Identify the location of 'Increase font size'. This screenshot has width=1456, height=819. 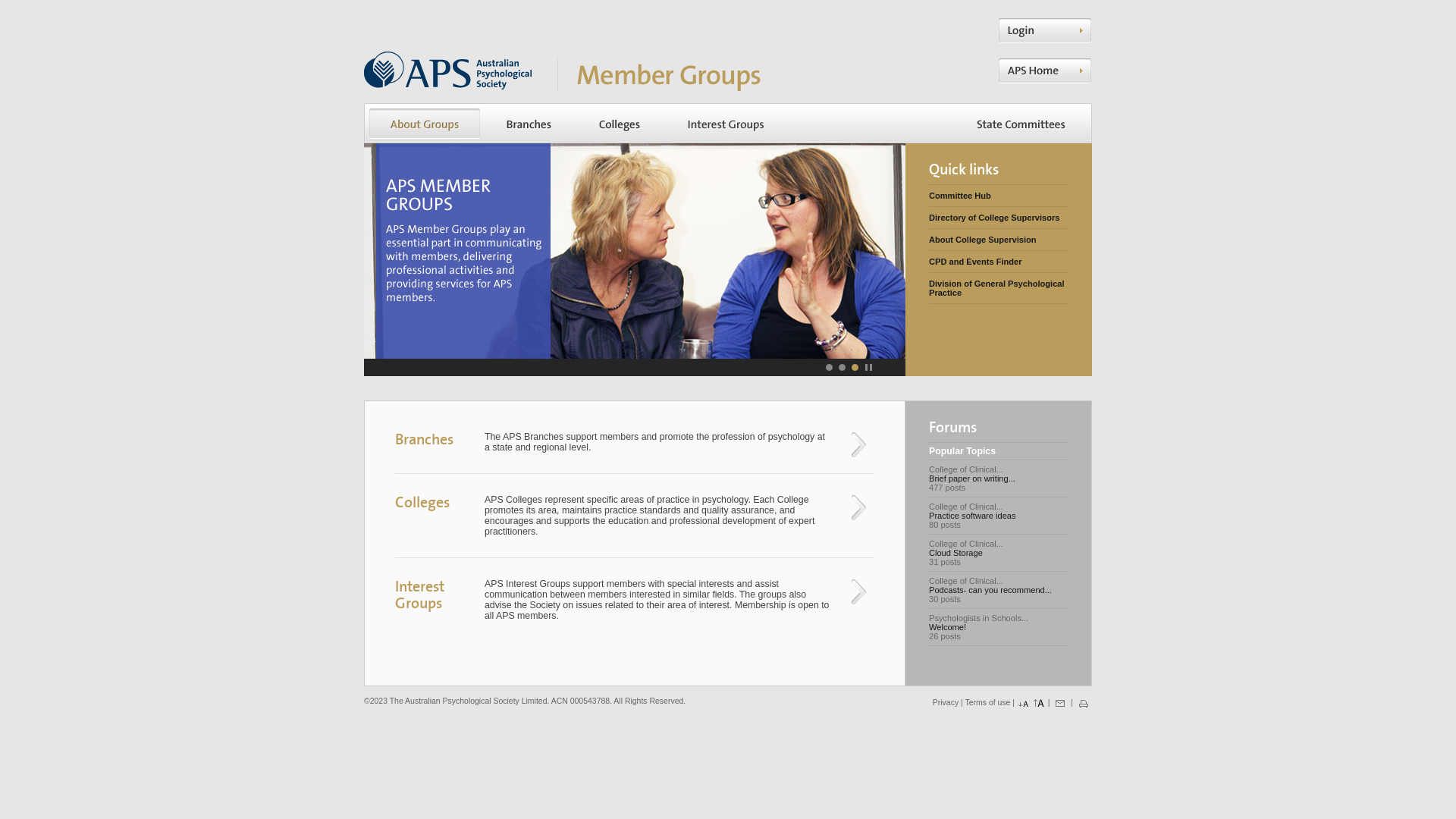
(1037, 703).